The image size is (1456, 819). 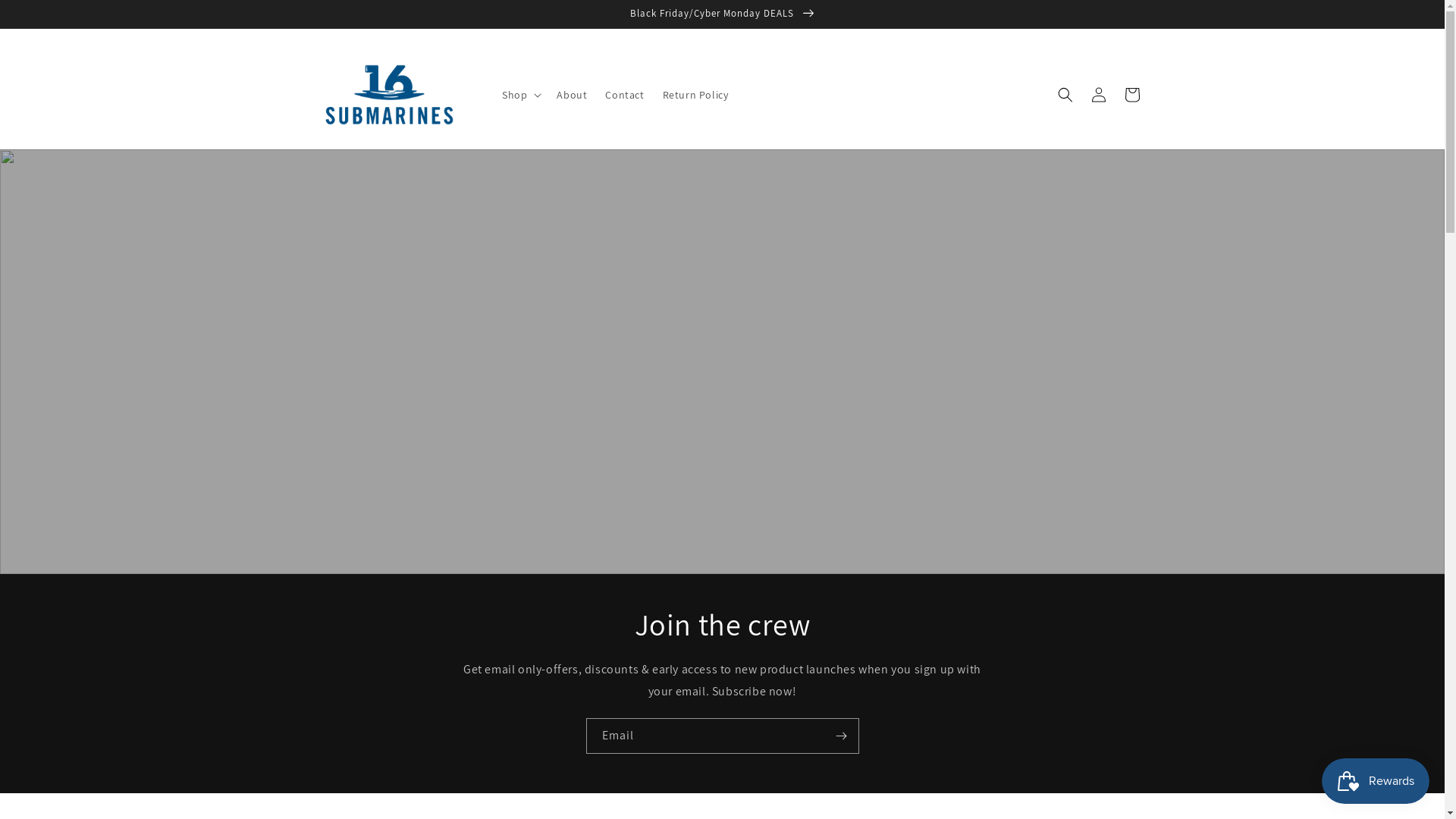 I want to click on 'Smile.io Rewards Program Launcher', so click(x=1376, y=780).